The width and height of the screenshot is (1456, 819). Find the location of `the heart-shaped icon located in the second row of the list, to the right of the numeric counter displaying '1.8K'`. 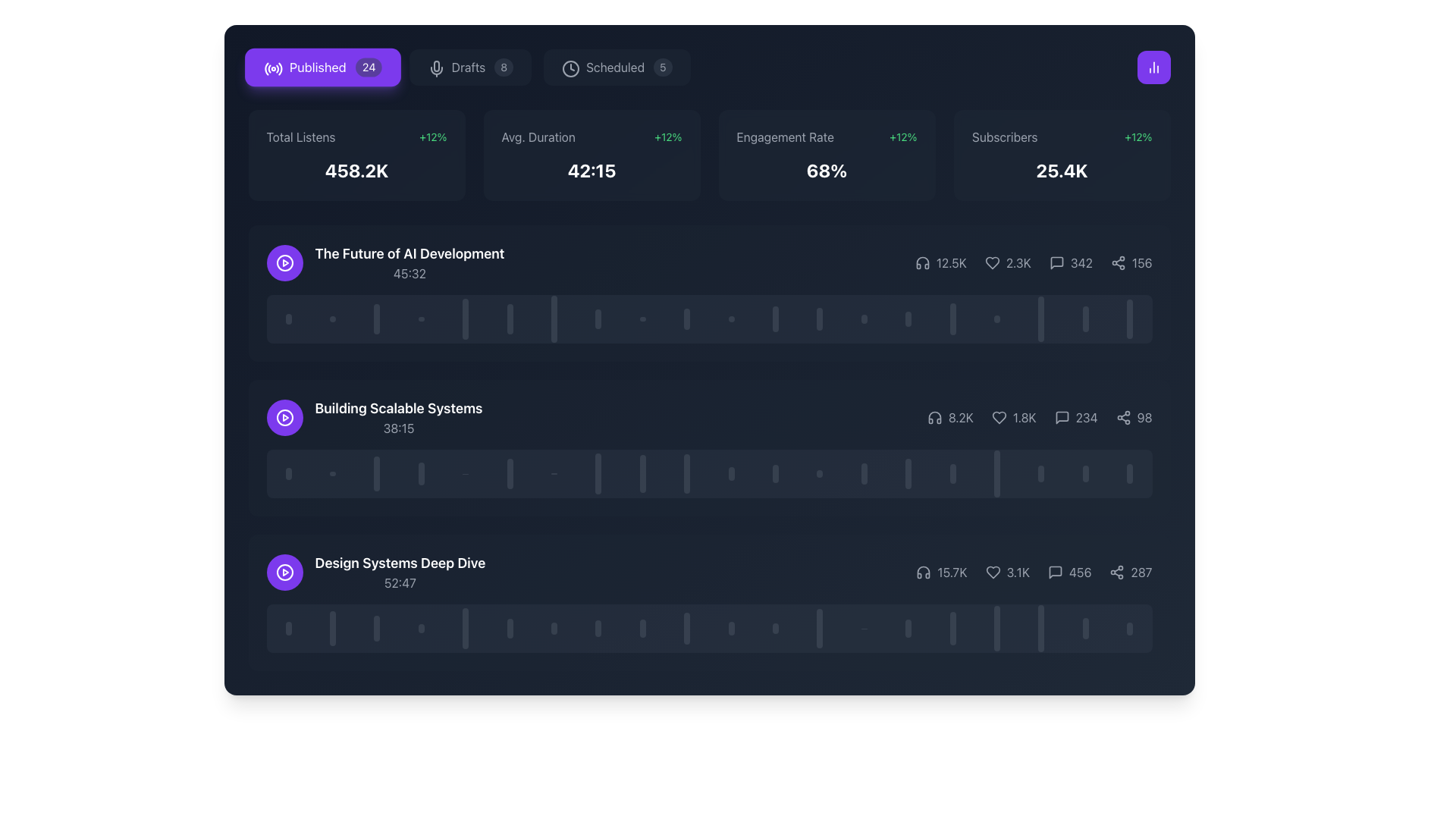

the heart-shaped icon located in the second row of the list, to the right of the numeric counter displaying '1.8K' is located at coordinates (999, 418).